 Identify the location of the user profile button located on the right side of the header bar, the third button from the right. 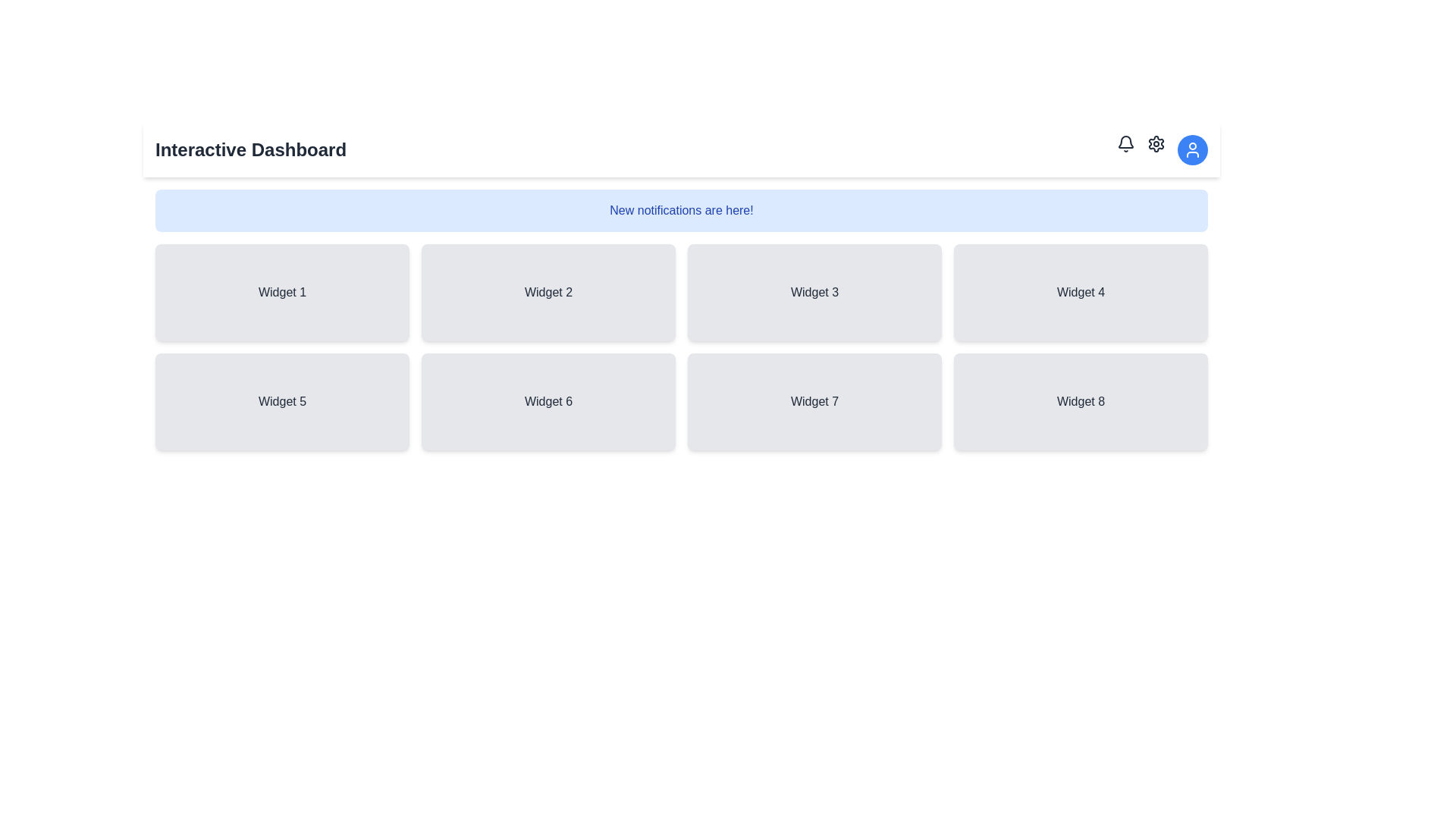
(1192, 149).